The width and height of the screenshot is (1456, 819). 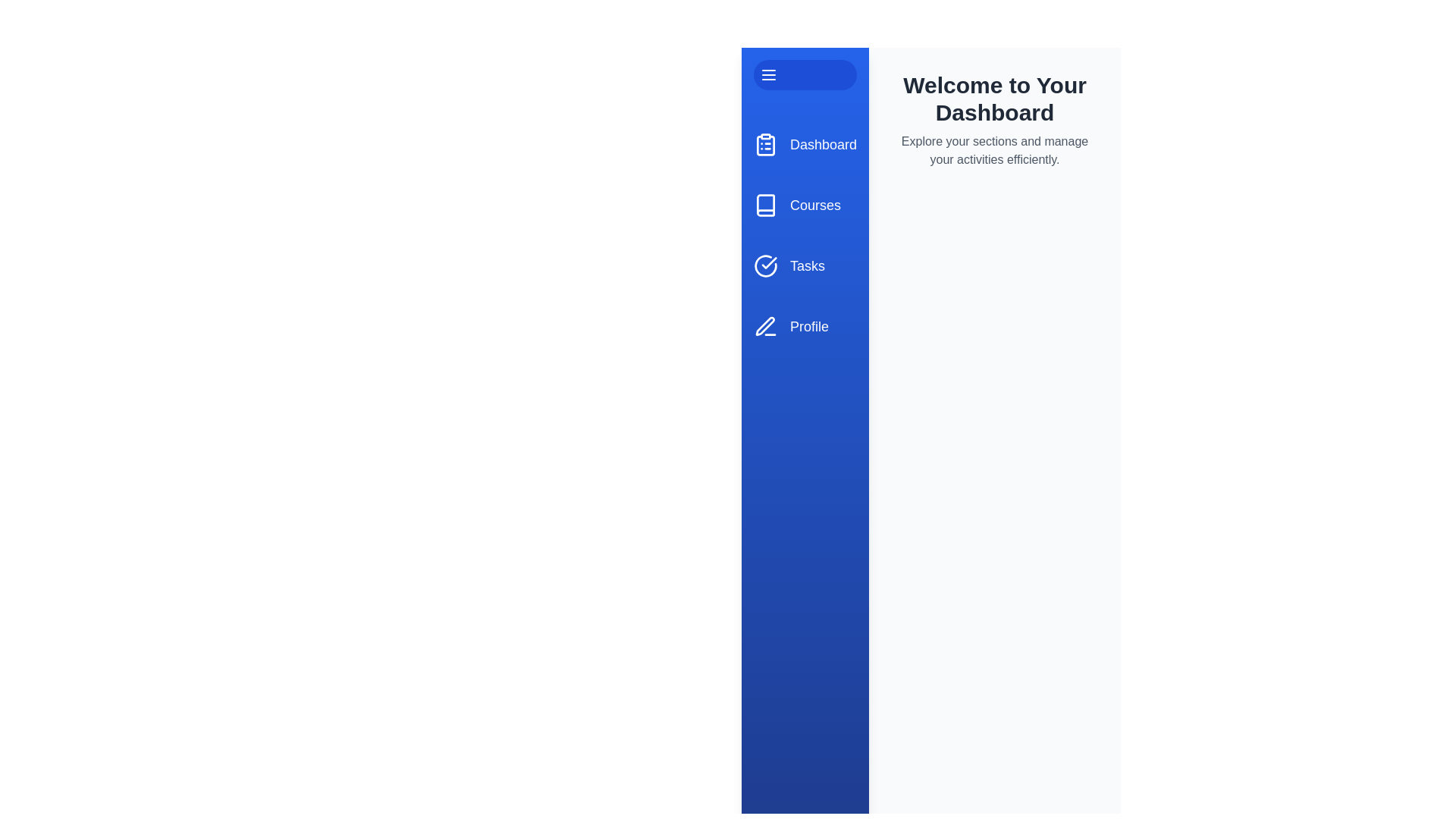 I want to click on the menu item labeled Courses to navigate, so click(x=804, y=205).